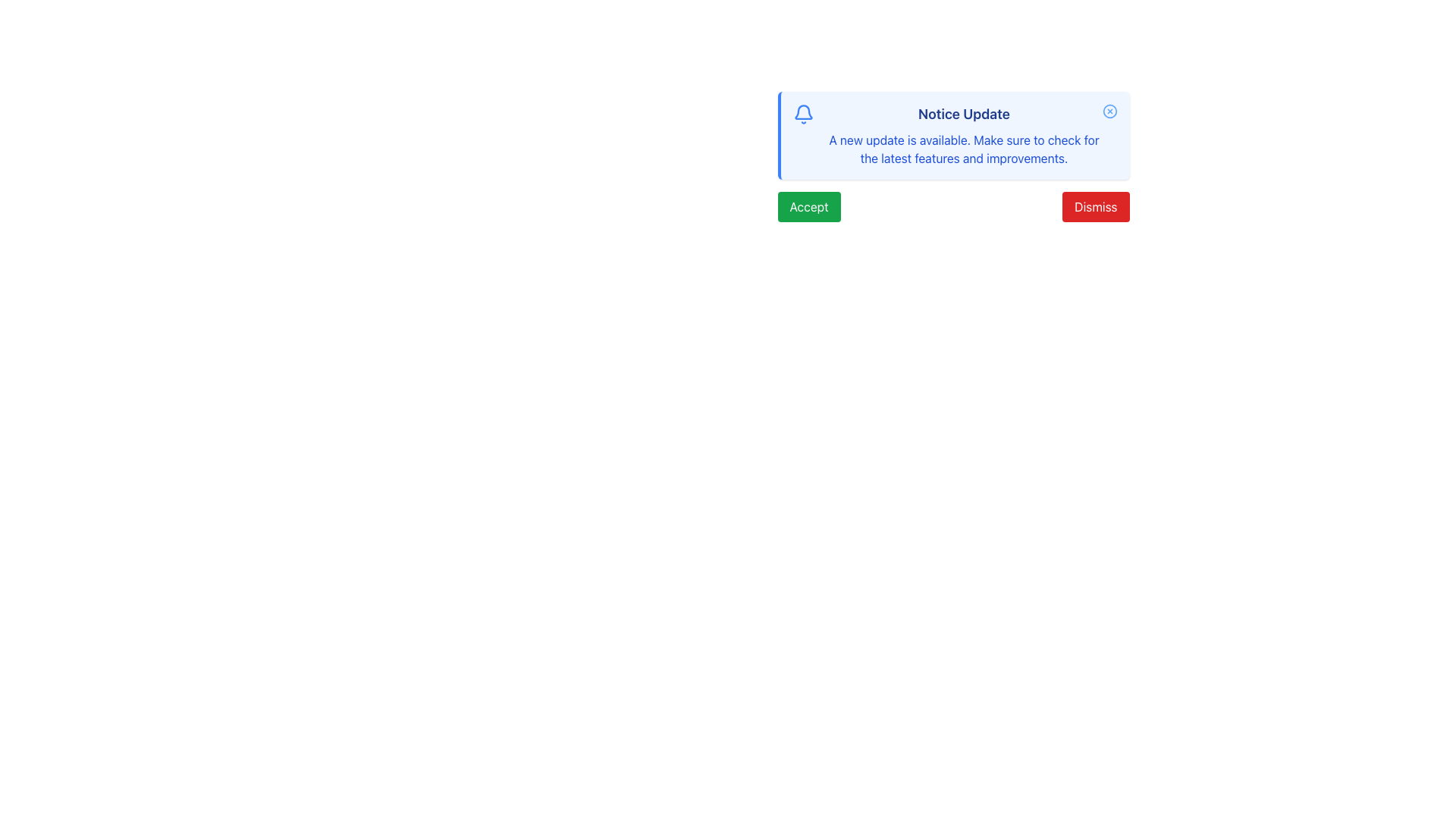 The height and width of the screenshot is (819, 1456). What do you see at coordinates (963, 134) in the screenshot?
I see `text from the 'Notice Update' notification display that contains the message about the new update available` at bounding box center [963, 134].